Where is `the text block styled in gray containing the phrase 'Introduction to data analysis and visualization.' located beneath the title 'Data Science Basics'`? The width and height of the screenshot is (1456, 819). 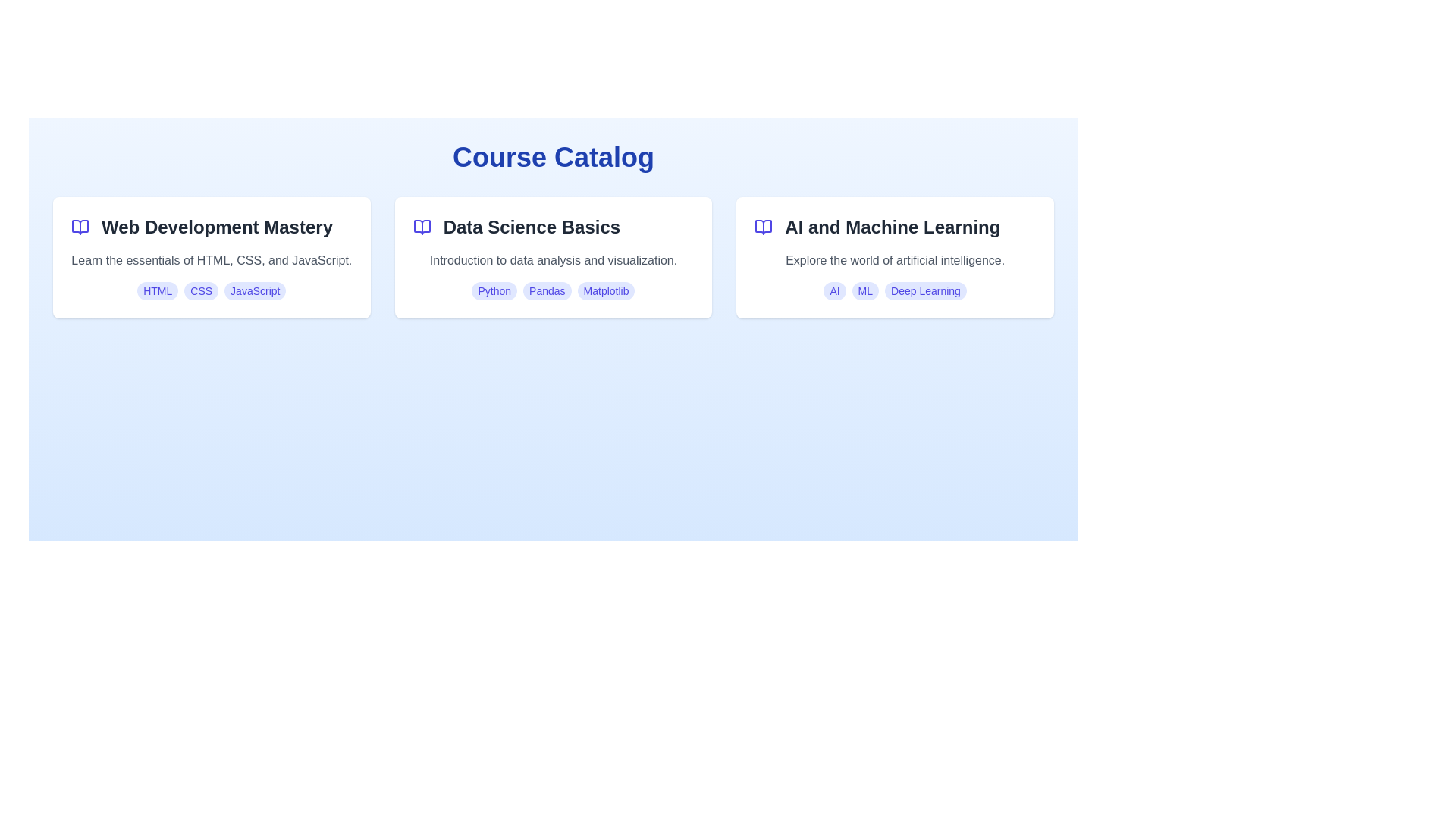 the text block styled in gray containing the phrase 'Introduction to data analysis and visualization.' located beneath the title 'Data Science Basics' is located at coordinates (552, 259).